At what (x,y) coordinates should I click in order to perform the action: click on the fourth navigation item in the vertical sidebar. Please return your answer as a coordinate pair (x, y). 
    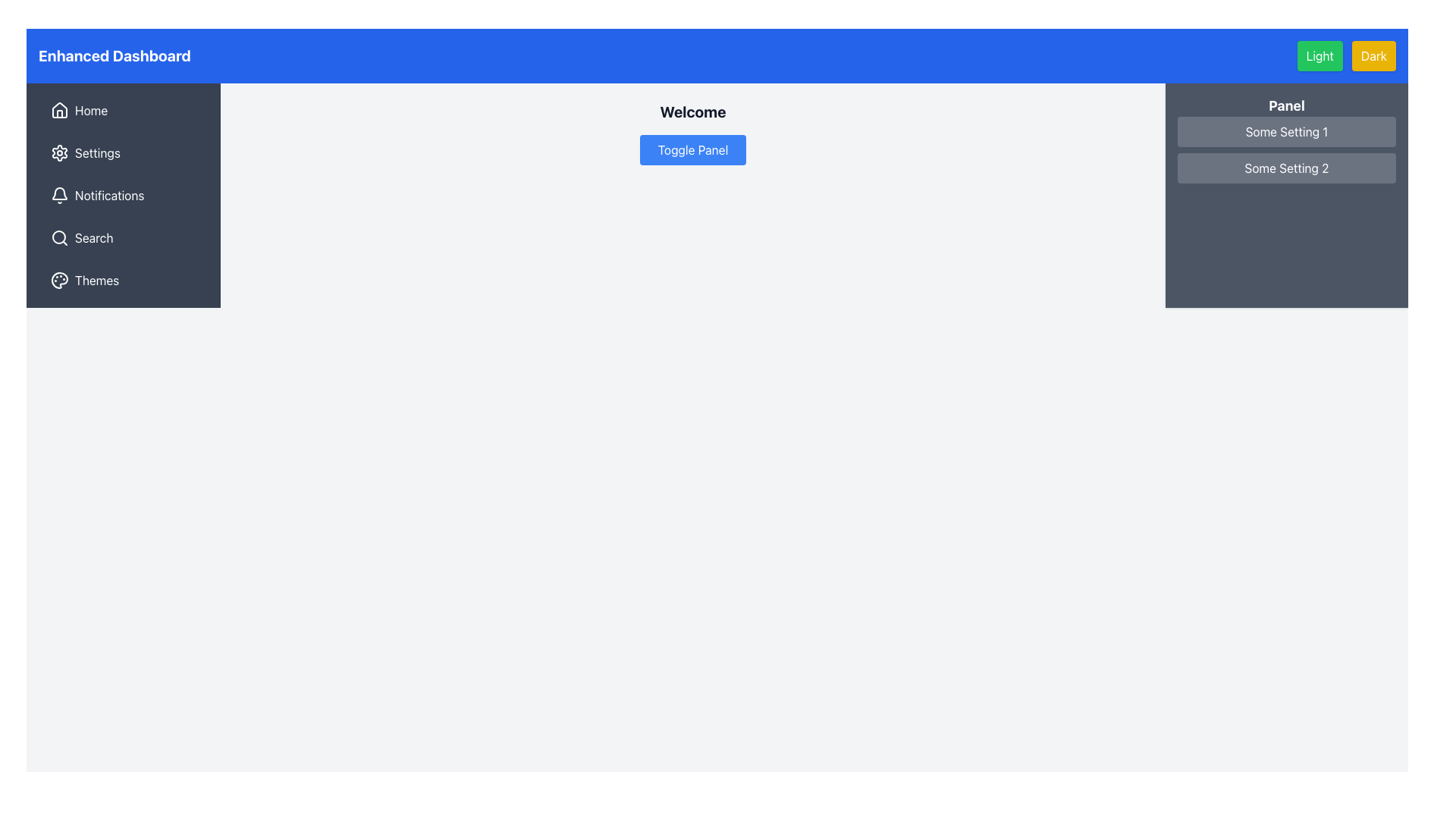
    Looking at the image, I should click on (124, 237).